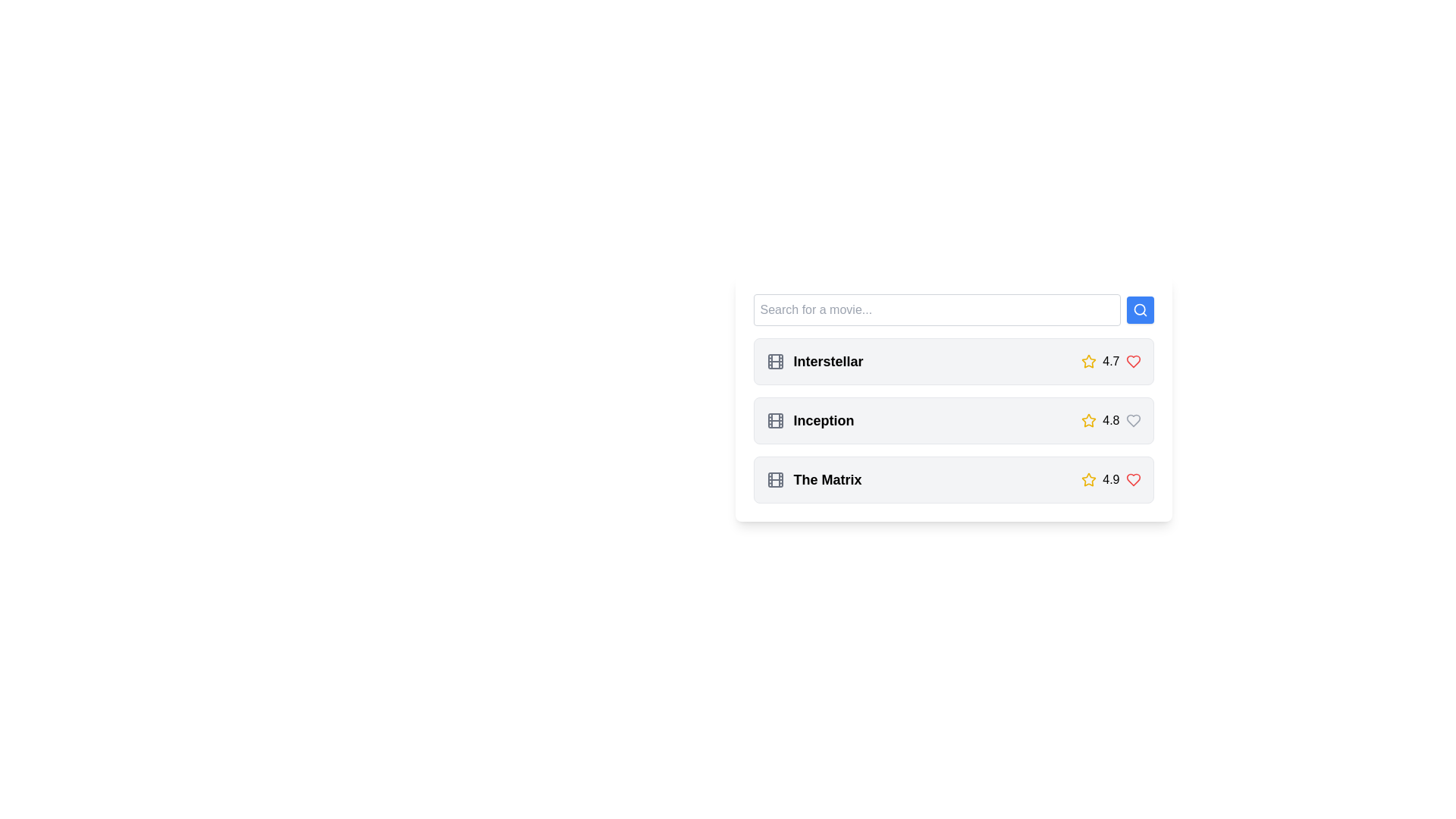 Image resolution: width=1456 pixels, height=819 pixels. Describe the element at coordinates (813, 479) in the screenshot. I see `the Text with Icon Area that displays the title 'The Matrix', located in the third row of a vertical layout, adjacent to a rating value and a heart icon` at that location.